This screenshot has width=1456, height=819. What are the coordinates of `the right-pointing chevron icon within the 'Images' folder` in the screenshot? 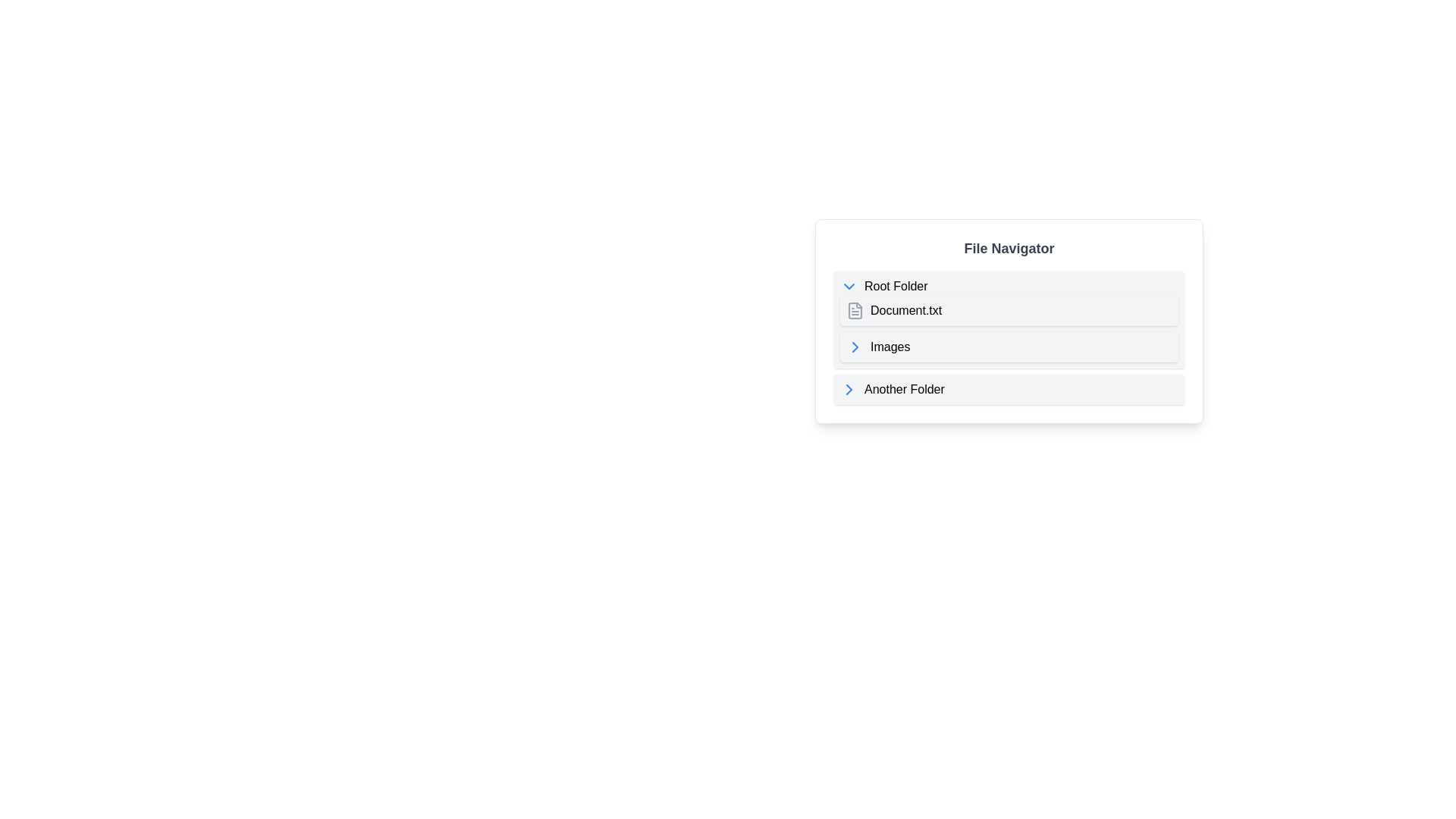 It's located at (855, 347).